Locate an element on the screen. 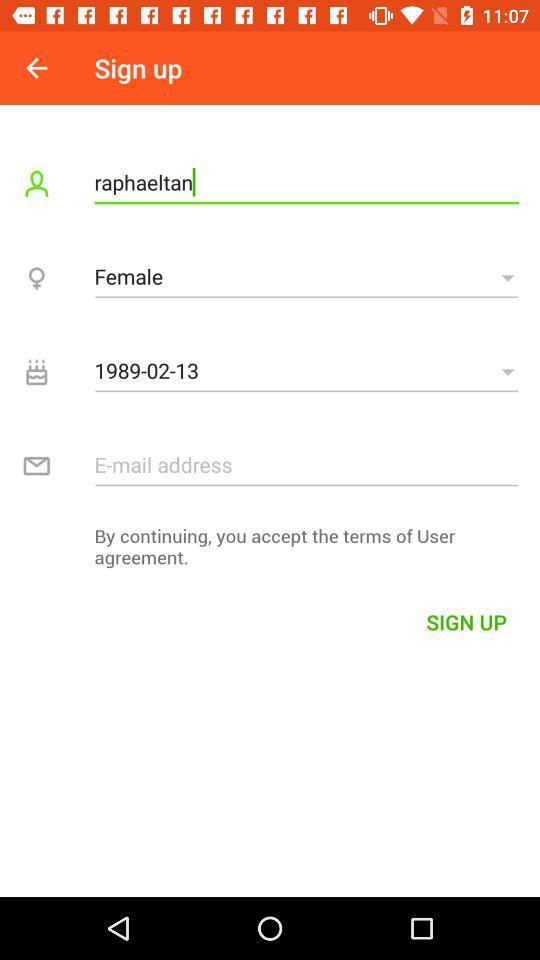 The width and height of the screenshot is (540, 960). item below sign up item is located at coordinates (306, 182).